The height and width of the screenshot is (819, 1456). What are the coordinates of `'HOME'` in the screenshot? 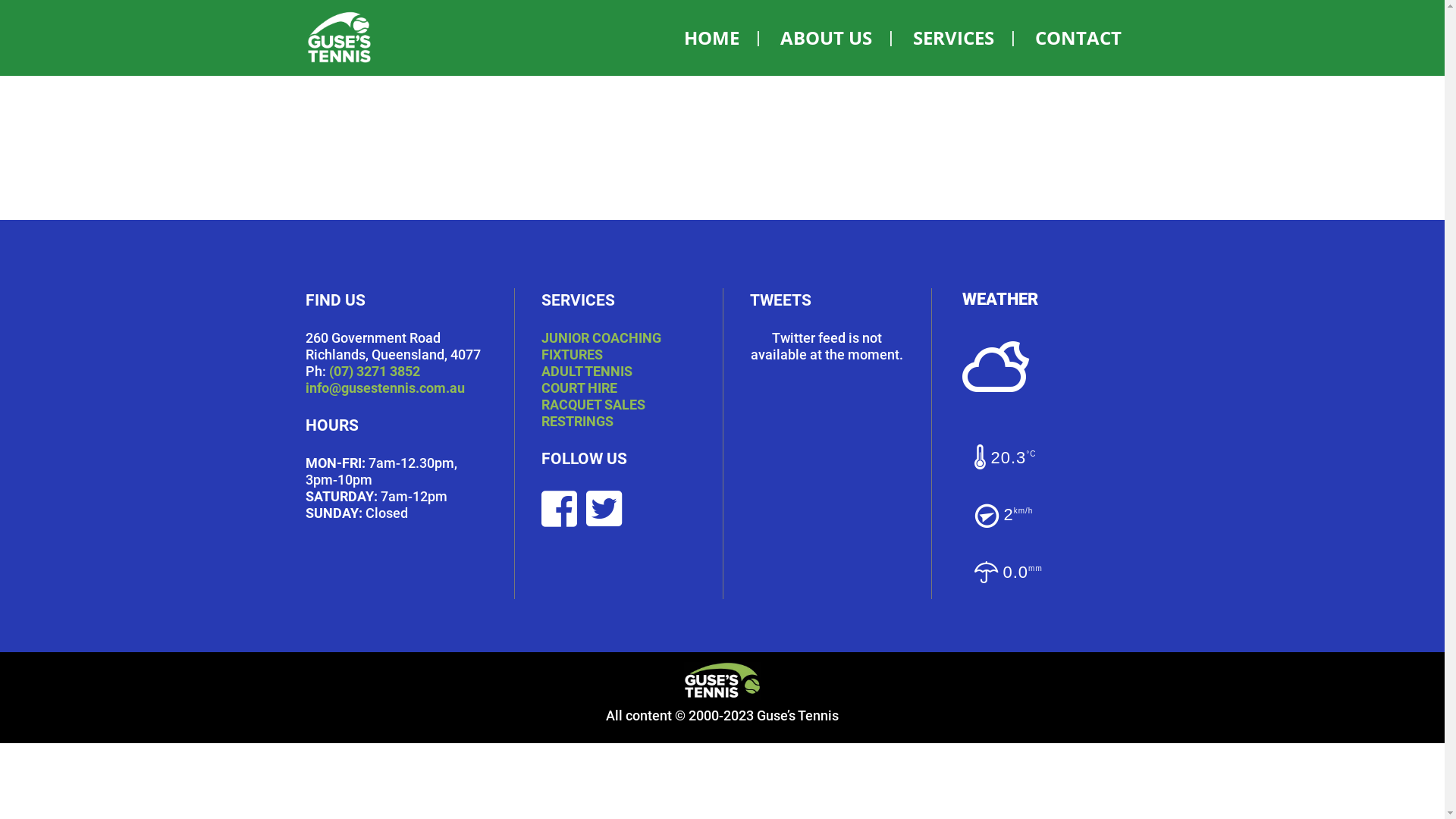 It's located at (711, 37).